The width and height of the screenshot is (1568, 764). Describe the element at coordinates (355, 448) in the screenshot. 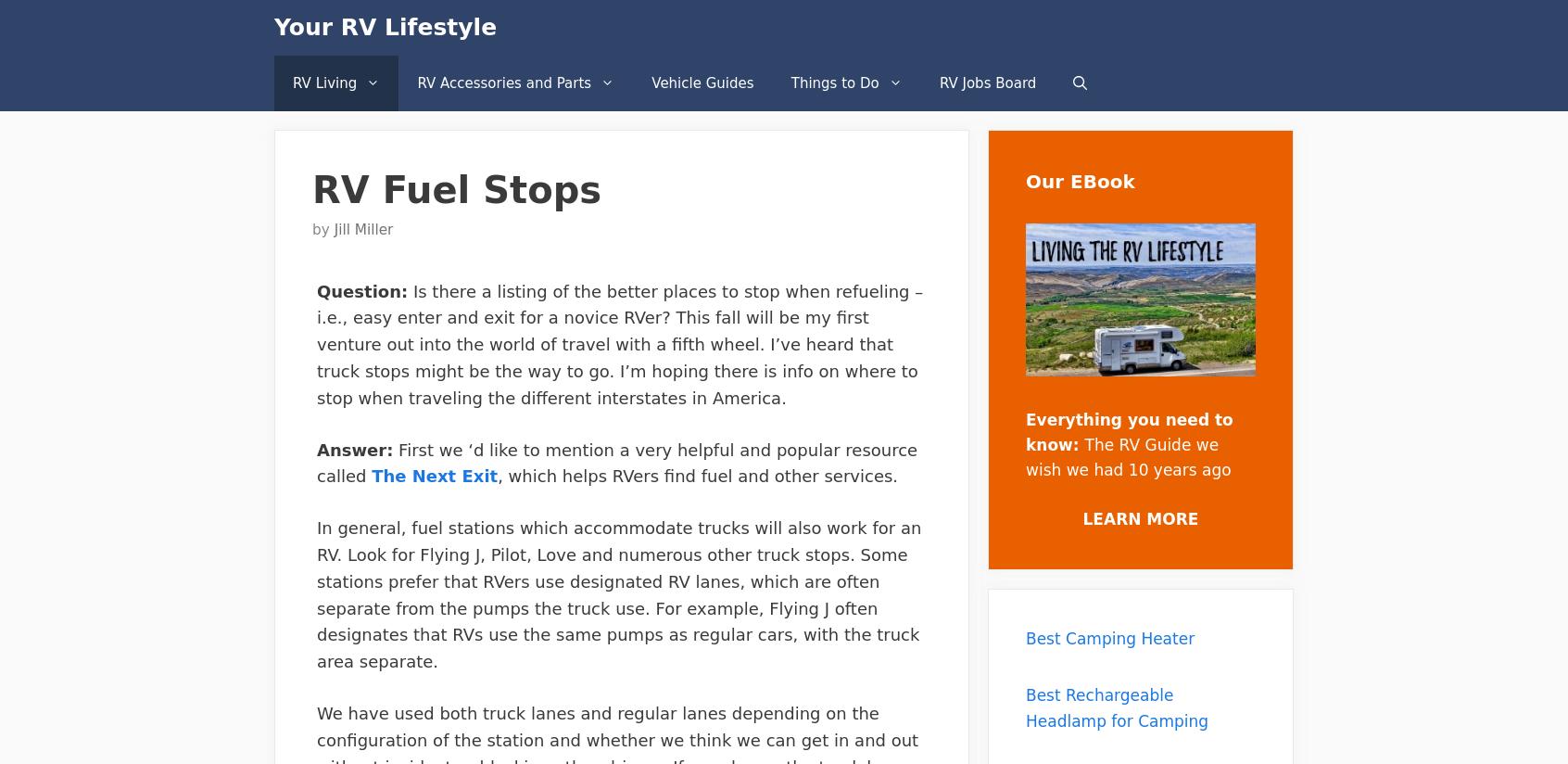

I see `'Answer:'` at that location.